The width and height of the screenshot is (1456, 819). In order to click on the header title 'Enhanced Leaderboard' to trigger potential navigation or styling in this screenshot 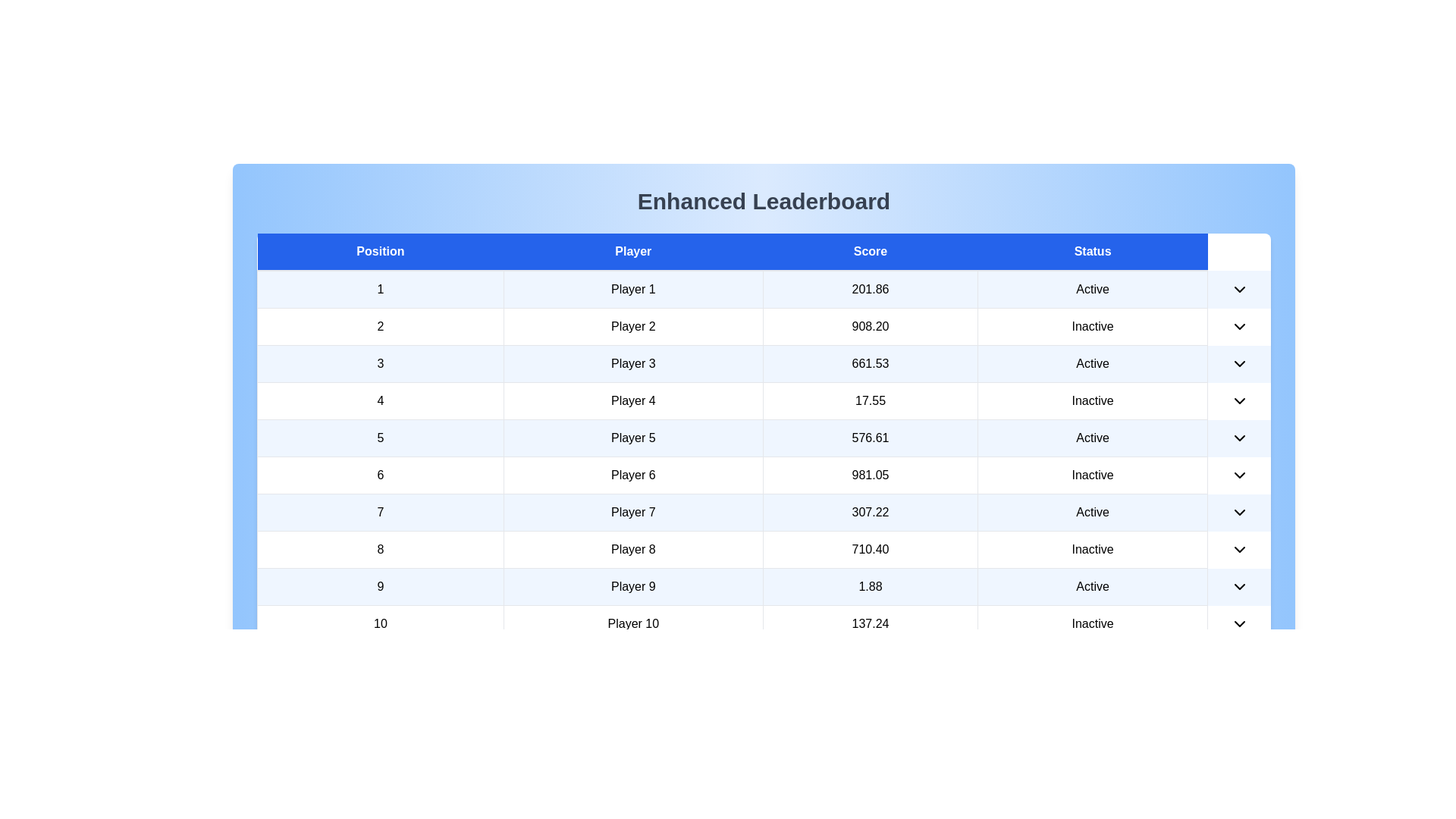, I will do `click(764, 201)`.